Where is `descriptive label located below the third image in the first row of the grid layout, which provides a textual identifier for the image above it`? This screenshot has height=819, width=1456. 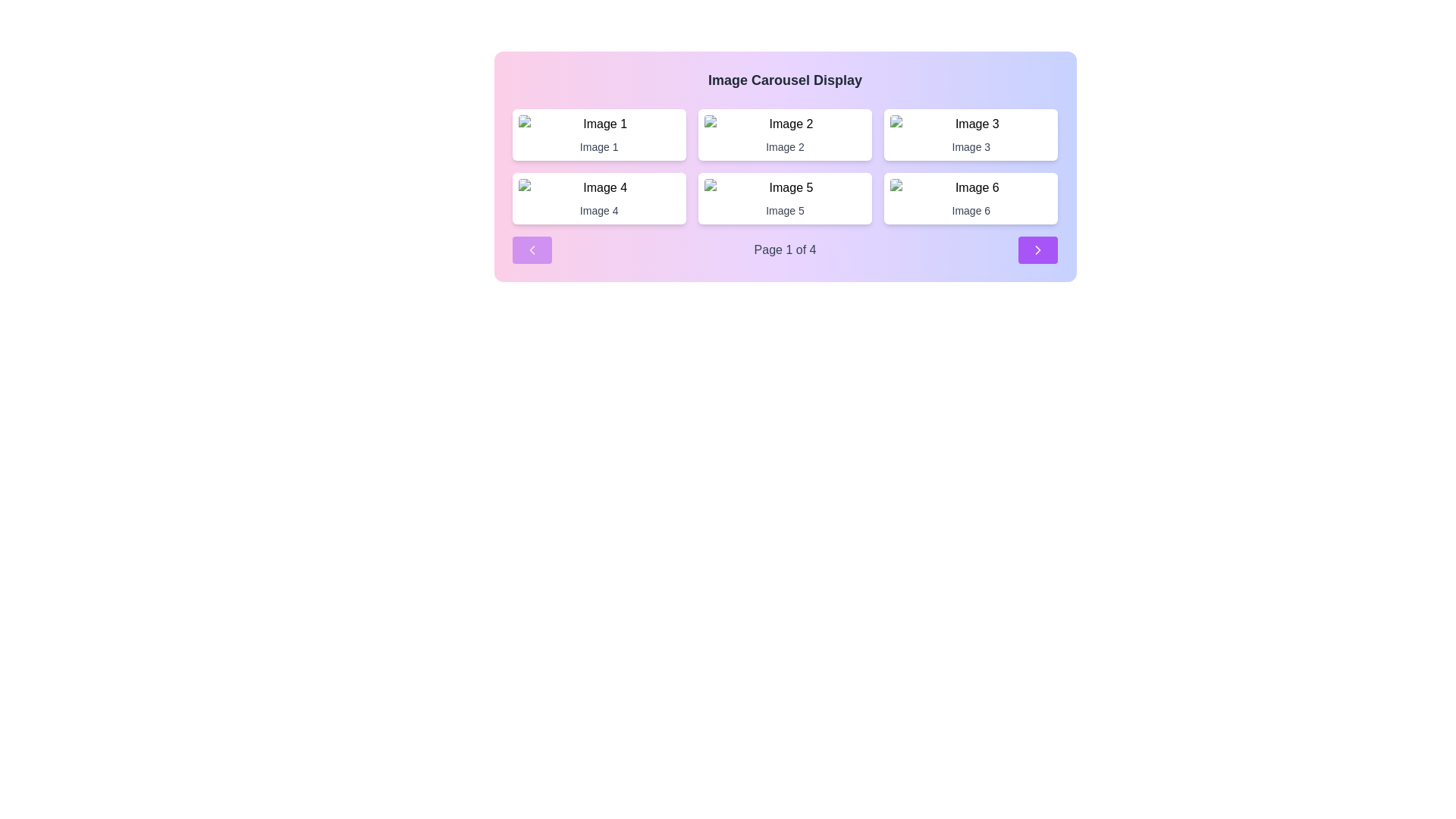 descriptive label located below the third image in the first row of the grid layout, which provides a textual identifier for the image above it is located at coordinates (971, 146).